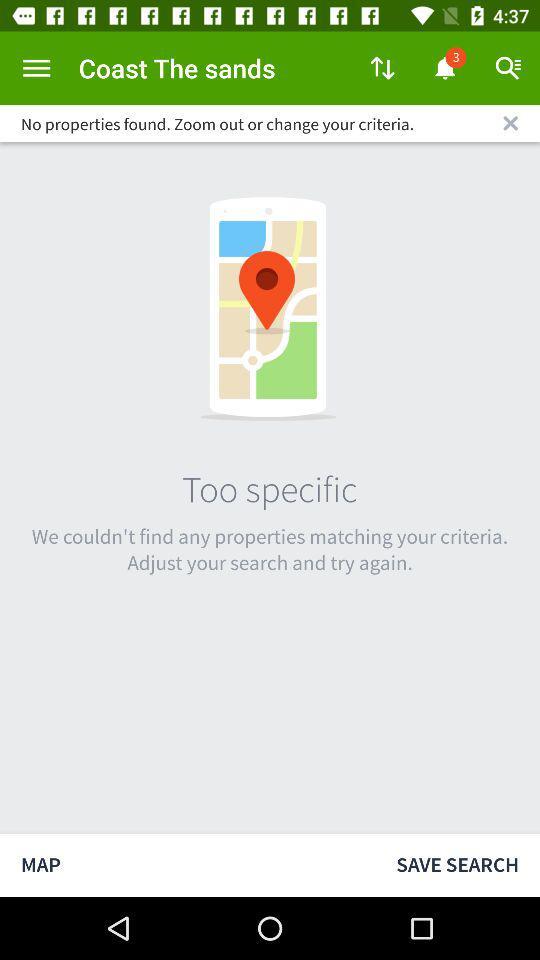 The width and height of the screenshot is (540, 960). What do you see at coordinates (36, 68) in the screenshot?
I see `menu options` at bounding box center [36, 68].